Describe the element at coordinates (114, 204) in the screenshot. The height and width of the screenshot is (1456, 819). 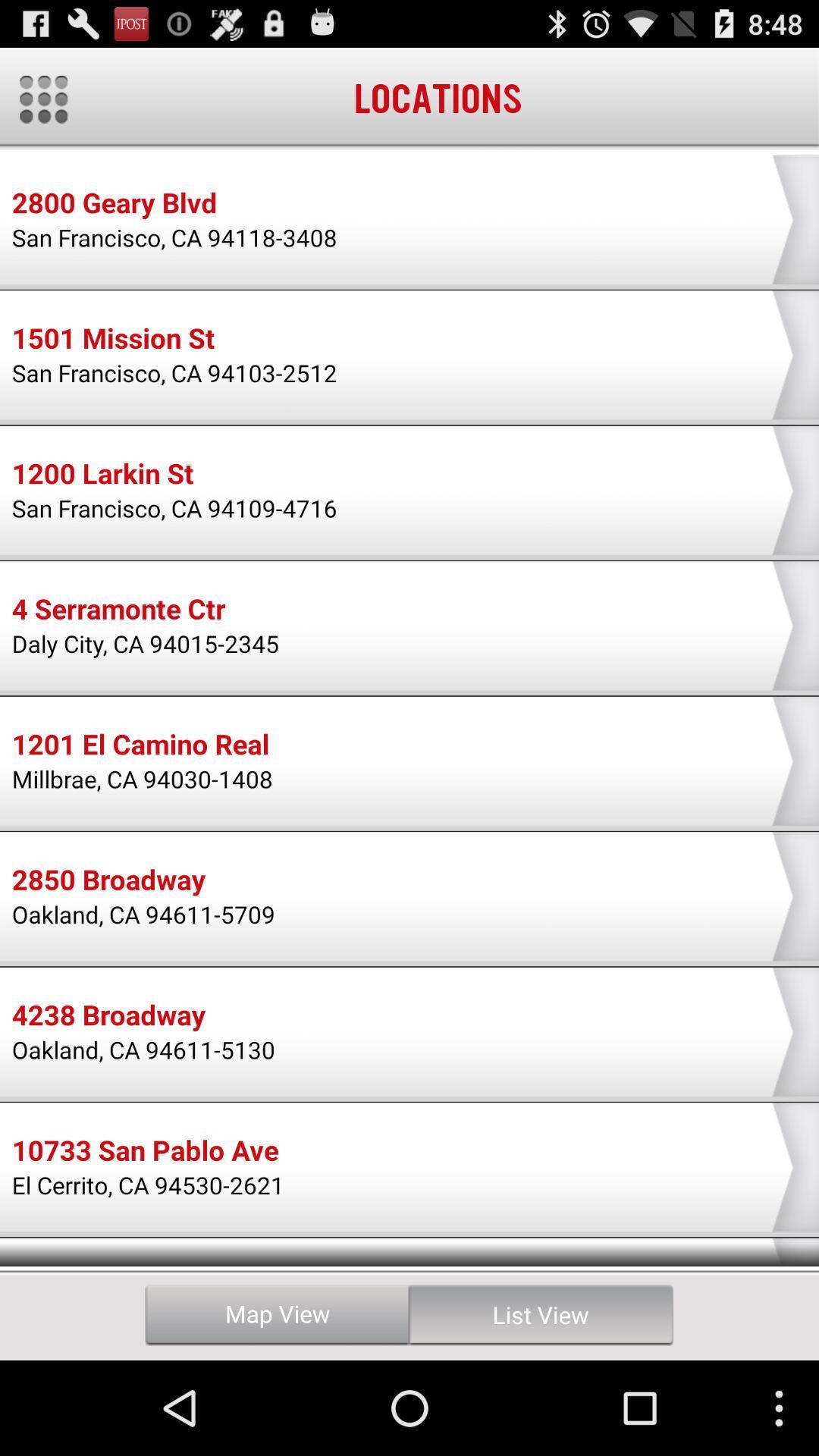
I see `icon above the san francisco ca icon` at that location.